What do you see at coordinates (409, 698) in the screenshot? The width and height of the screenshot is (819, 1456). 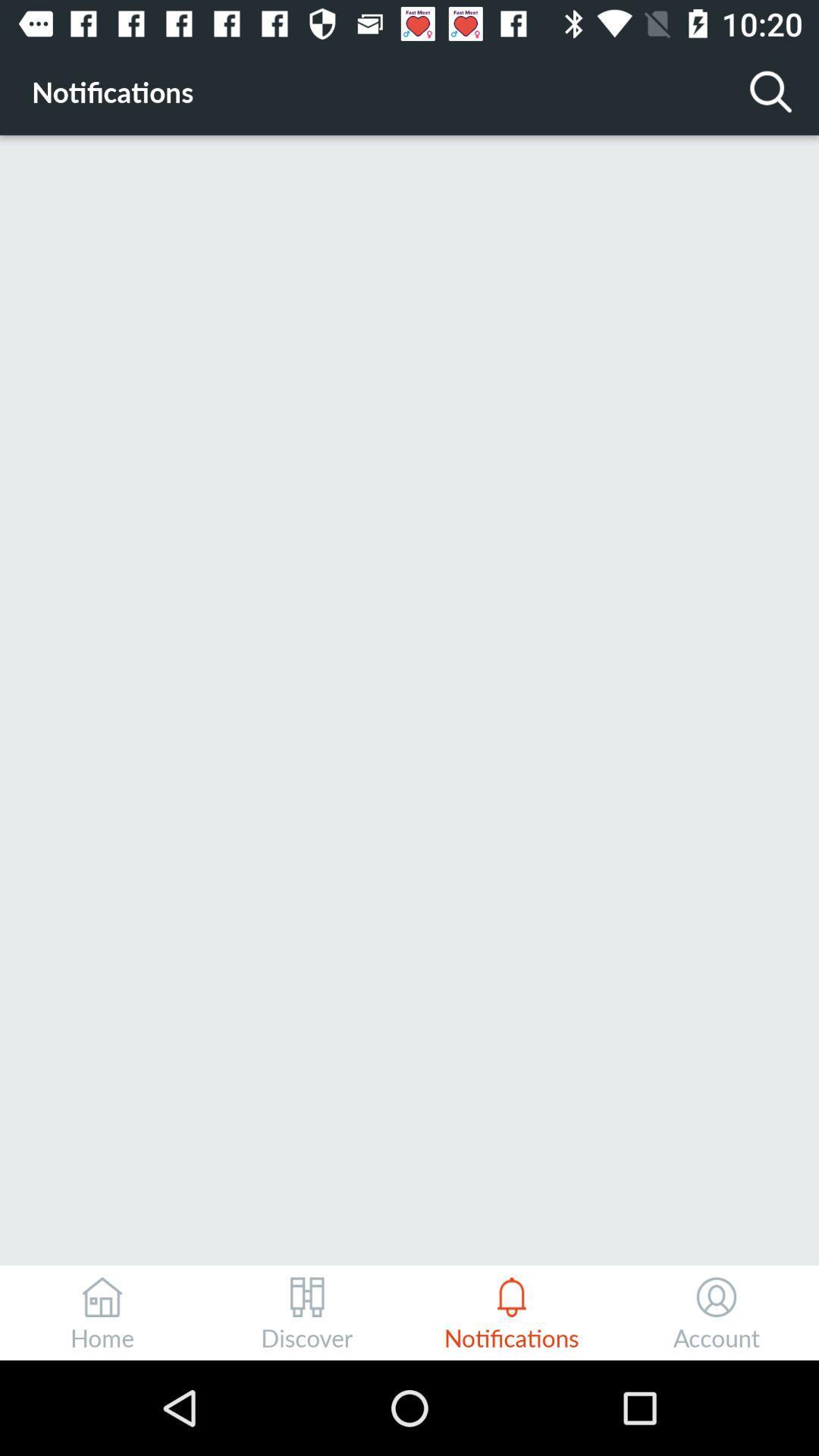 I see `icon at the center` at bounding box center [409, 698].